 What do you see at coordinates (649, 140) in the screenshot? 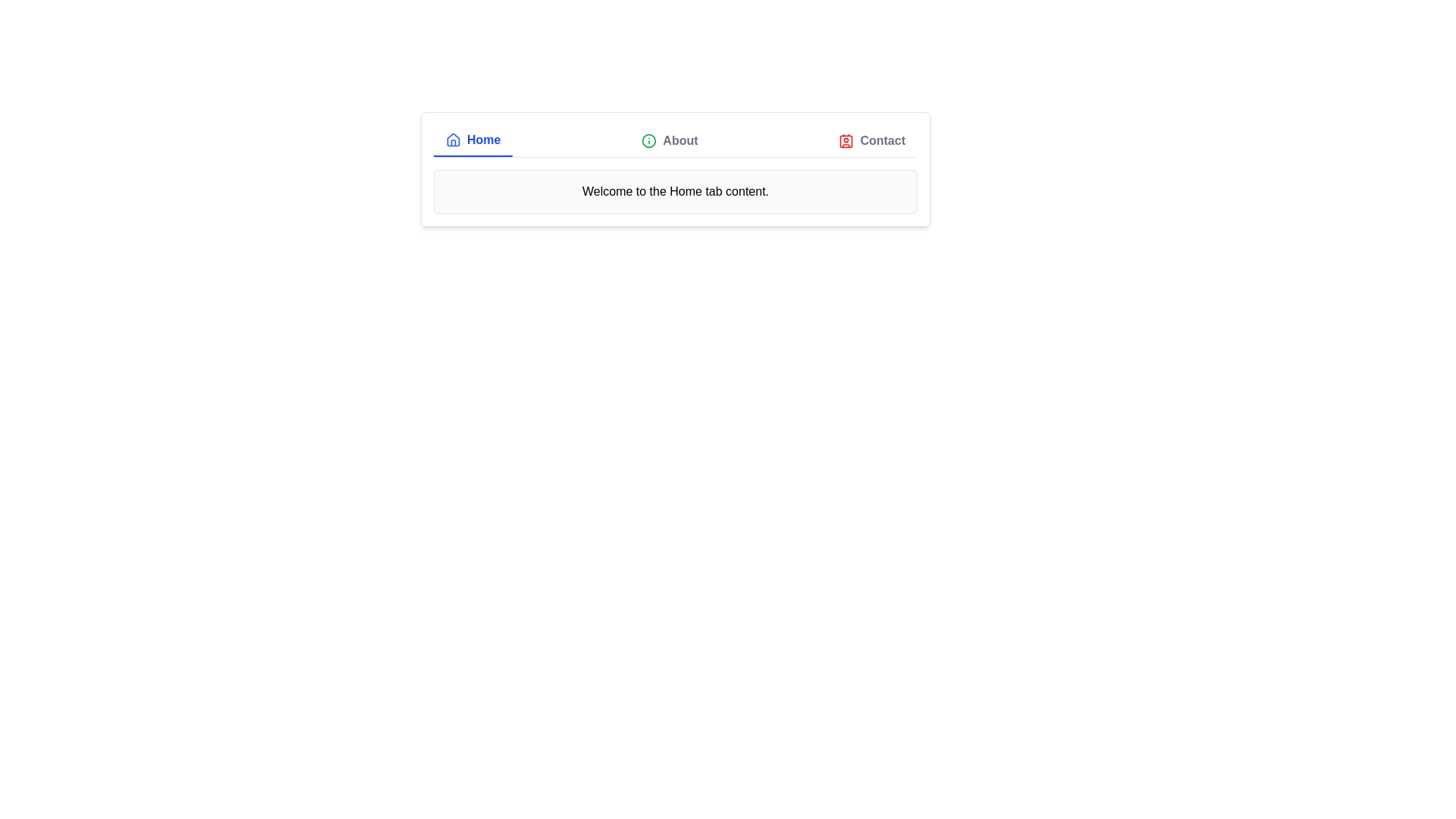
I see `the circular graphical component representing the 'About' tab in the top navigation bar` at bounding box center [649, 140].